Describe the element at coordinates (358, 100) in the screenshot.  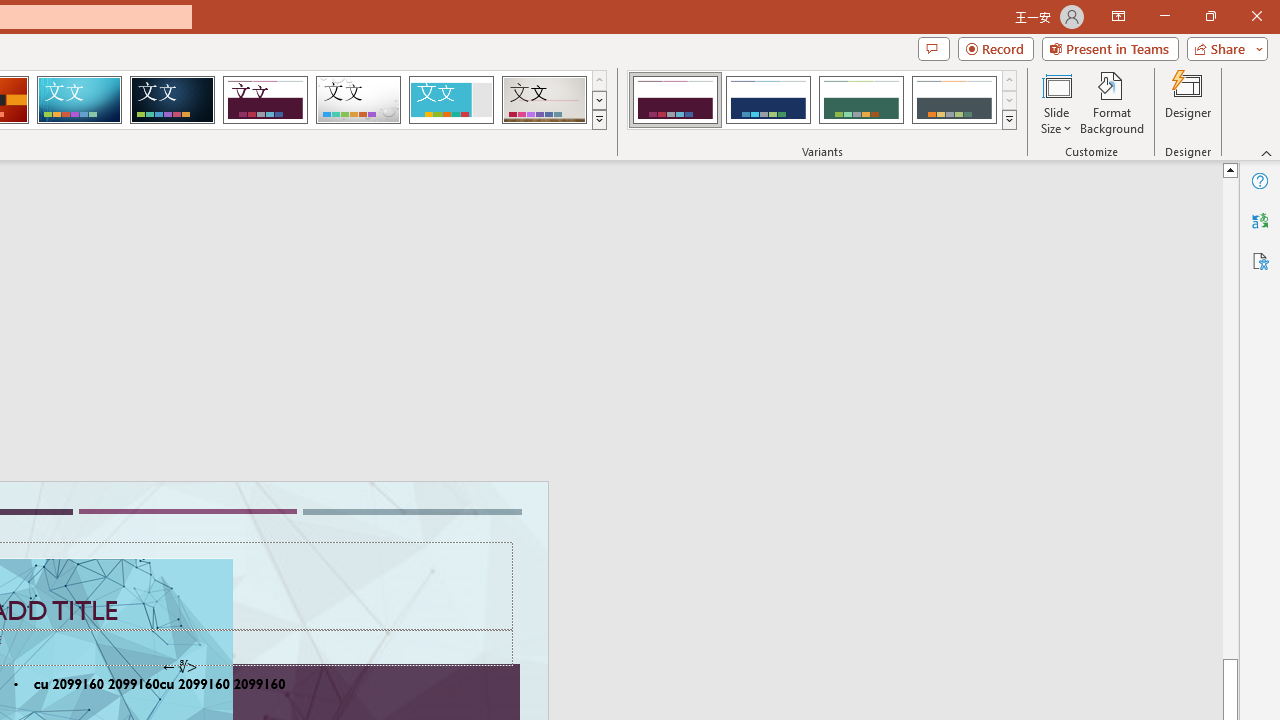
I see `'Droplet'` at that location.